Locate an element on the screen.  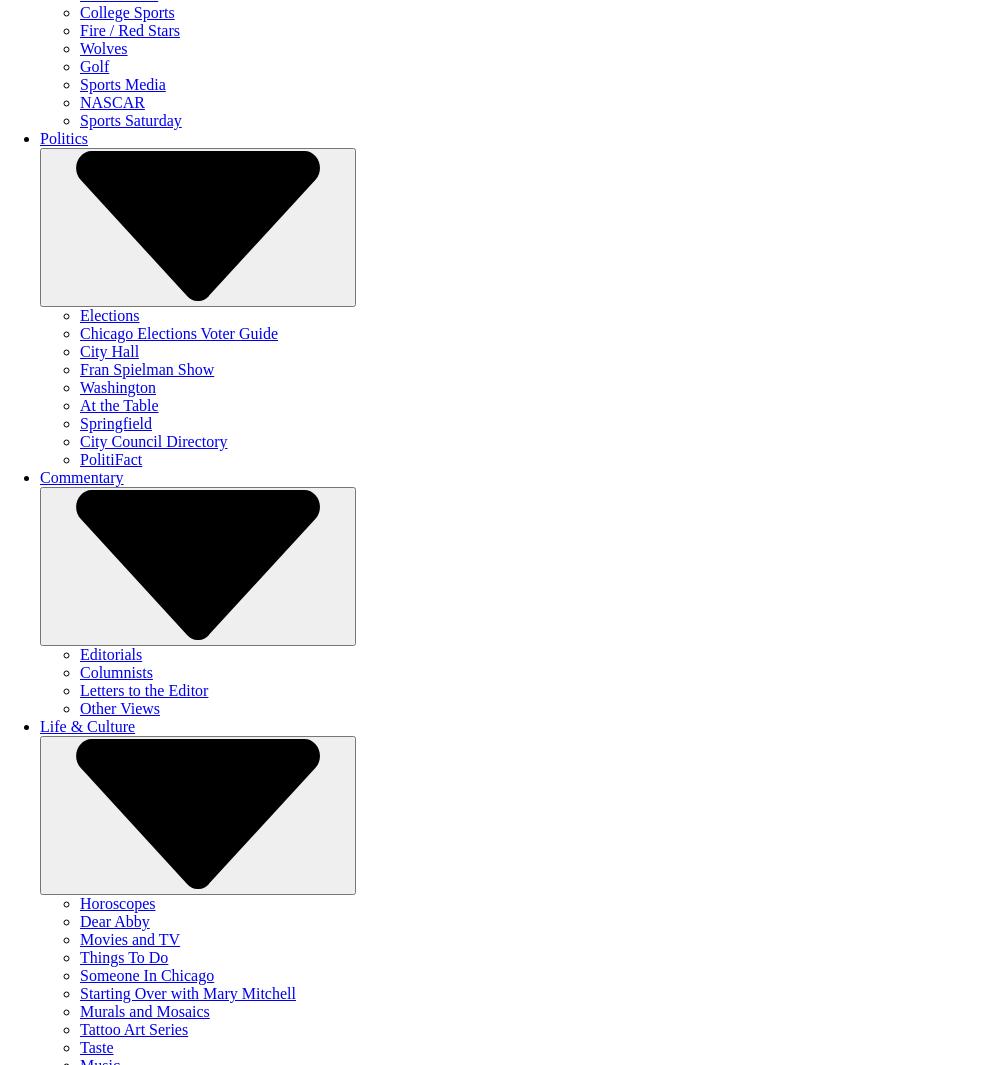
'Taste' is located at coordinates (95, 1047).